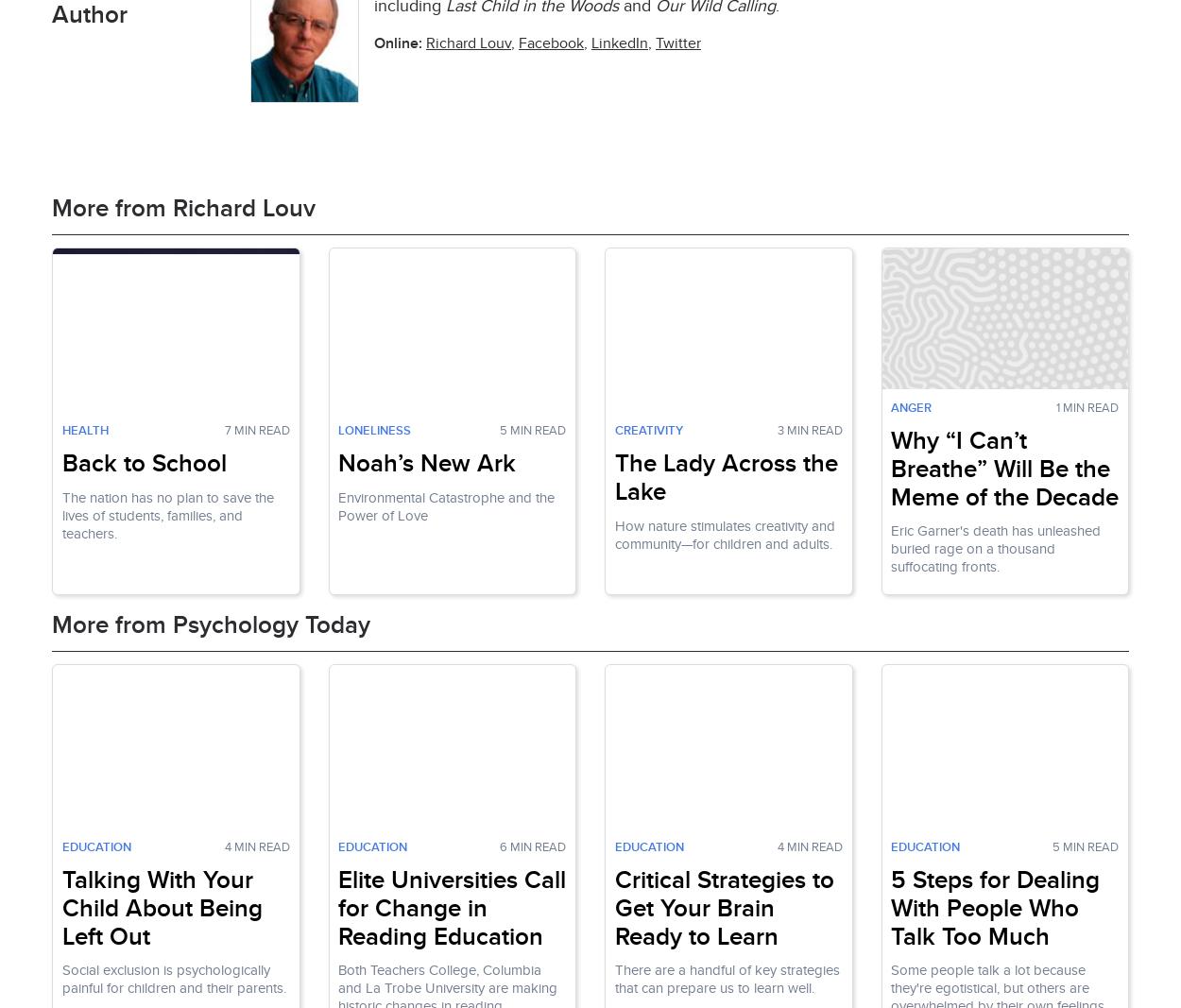  I want to click on 'How nature stimulates creativity and community—for children and adults.', so click(724, 533).